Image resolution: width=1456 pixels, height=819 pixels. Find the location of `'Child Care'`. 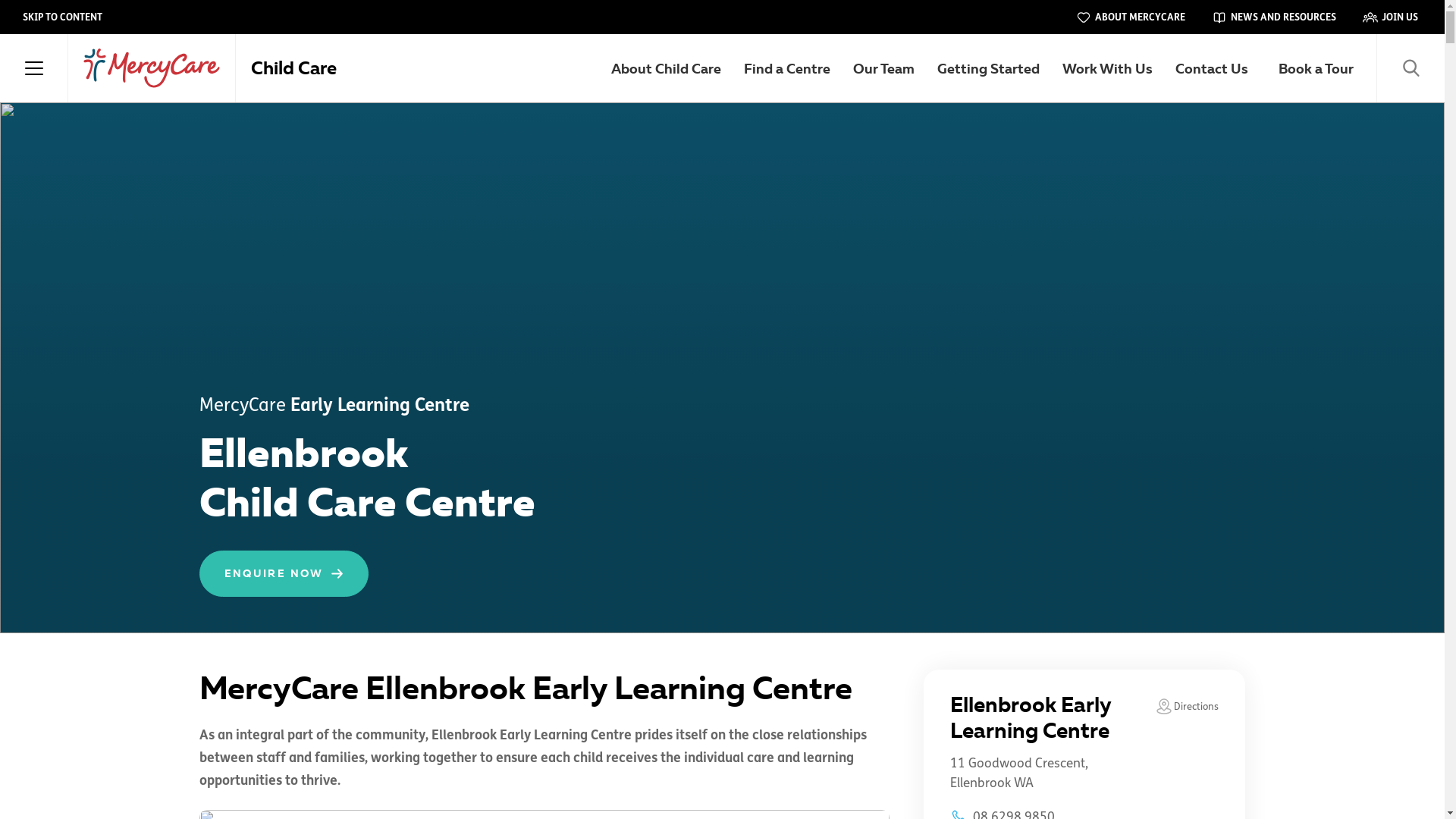

'Child Care' is located at coordinates (235, 67).